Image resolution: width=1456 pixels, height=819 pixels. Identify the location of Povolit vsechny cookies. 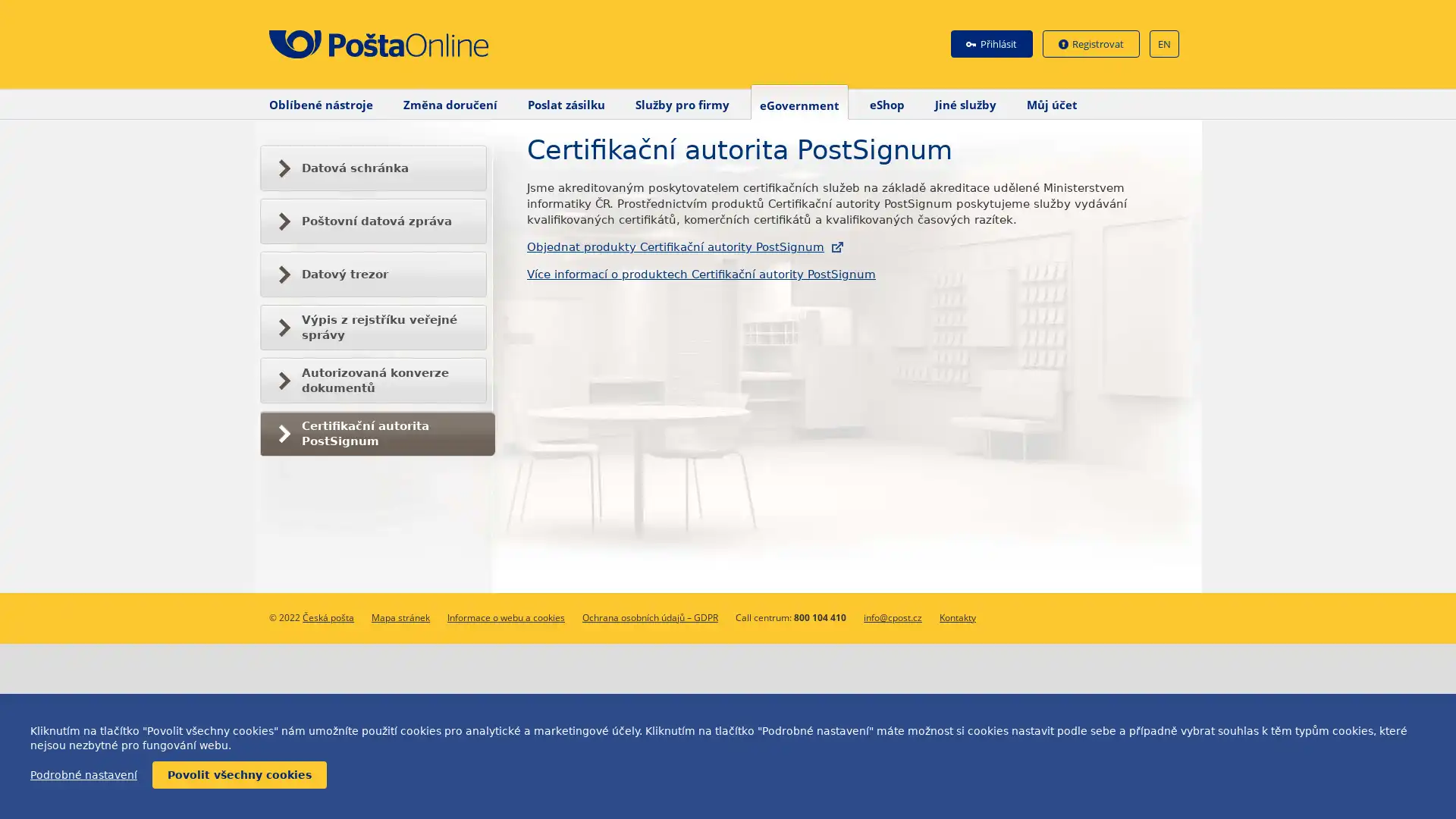
(239, 775).